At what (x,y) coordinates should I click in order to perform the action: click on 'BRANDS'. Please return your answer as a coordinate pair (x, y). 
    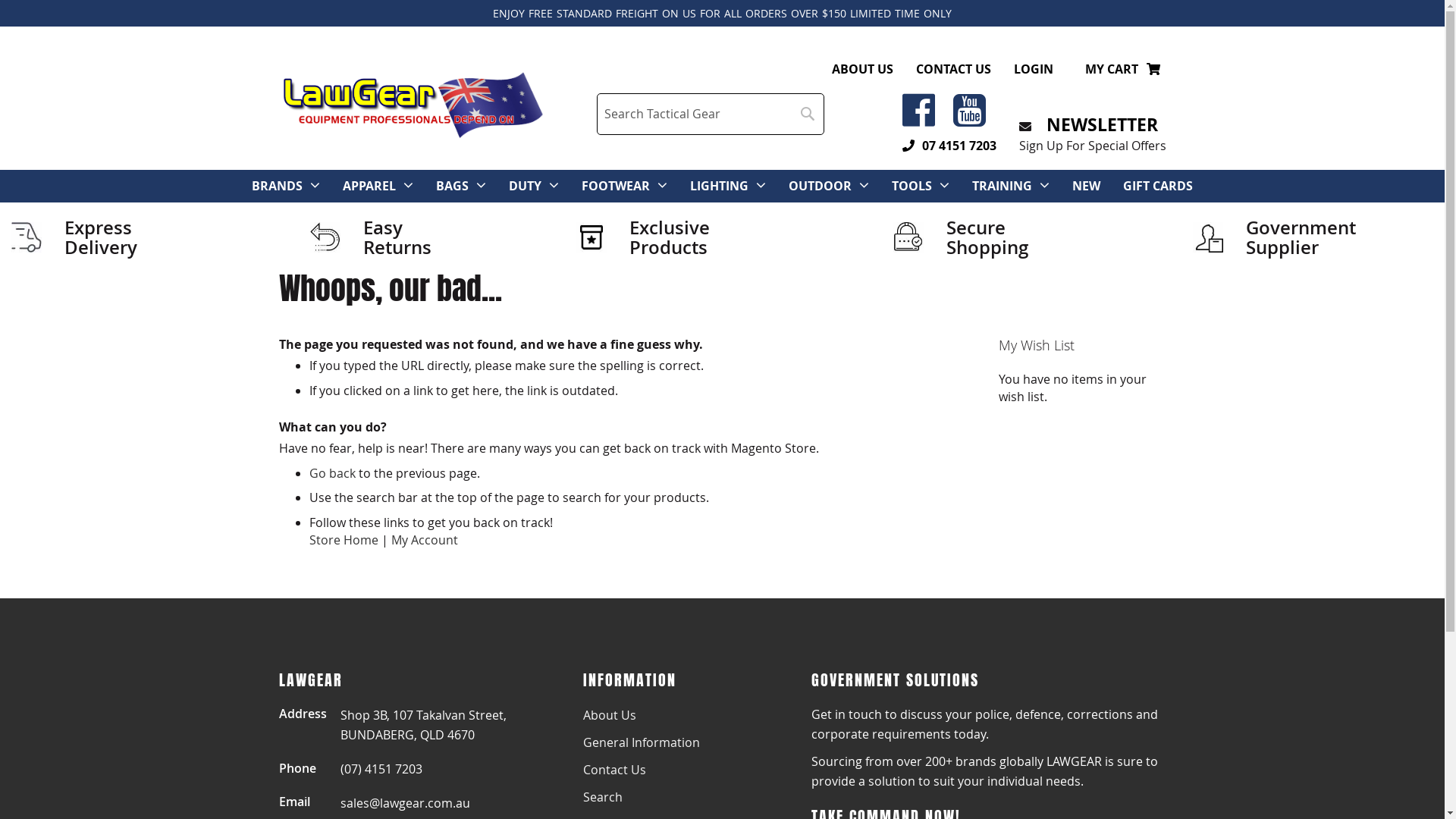
    Looking at the image, I should click on (277, 185).